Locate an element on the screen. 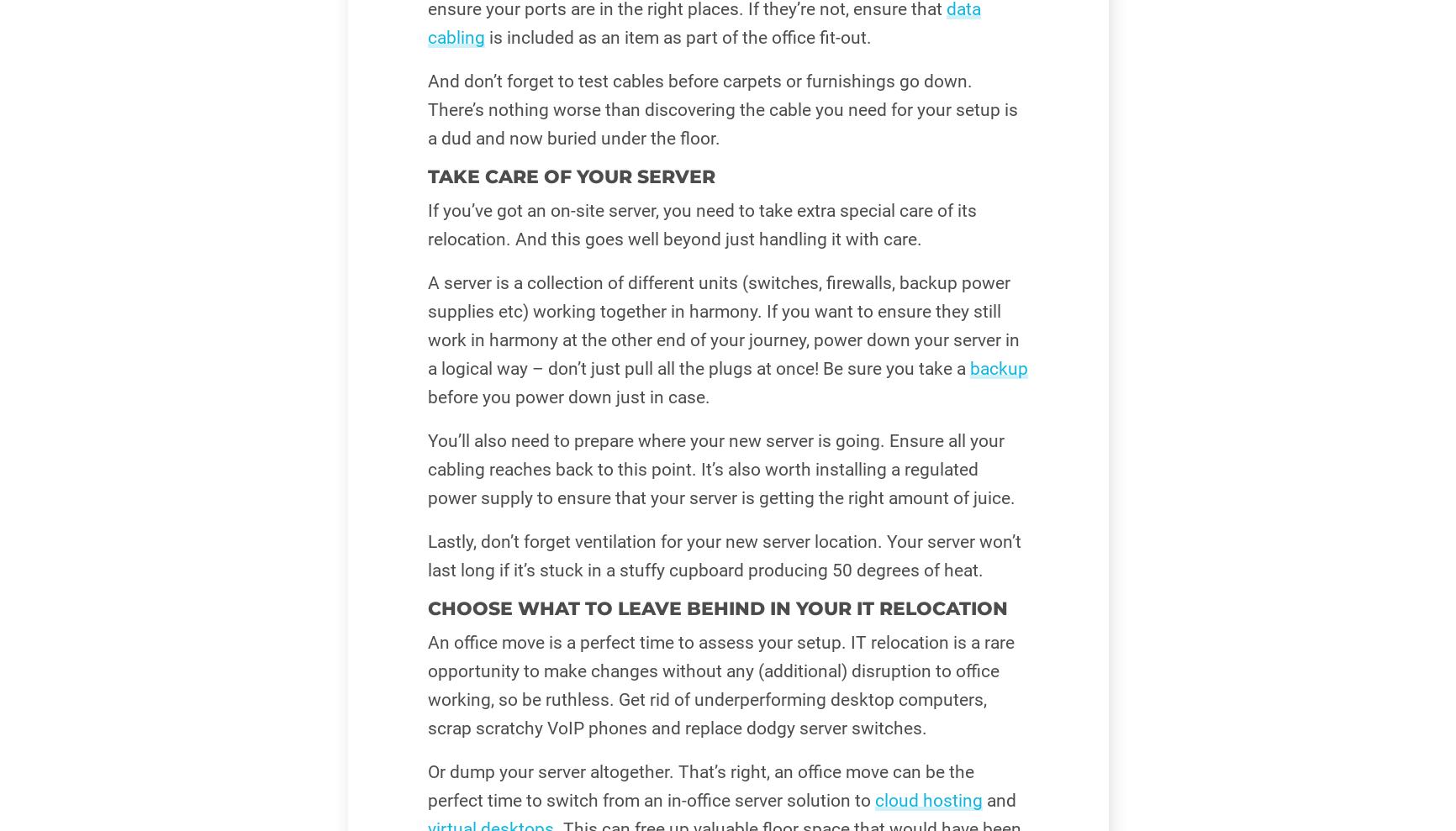  'is included as an item as part of the office fit-out.' is located at coordinates (677, 36).